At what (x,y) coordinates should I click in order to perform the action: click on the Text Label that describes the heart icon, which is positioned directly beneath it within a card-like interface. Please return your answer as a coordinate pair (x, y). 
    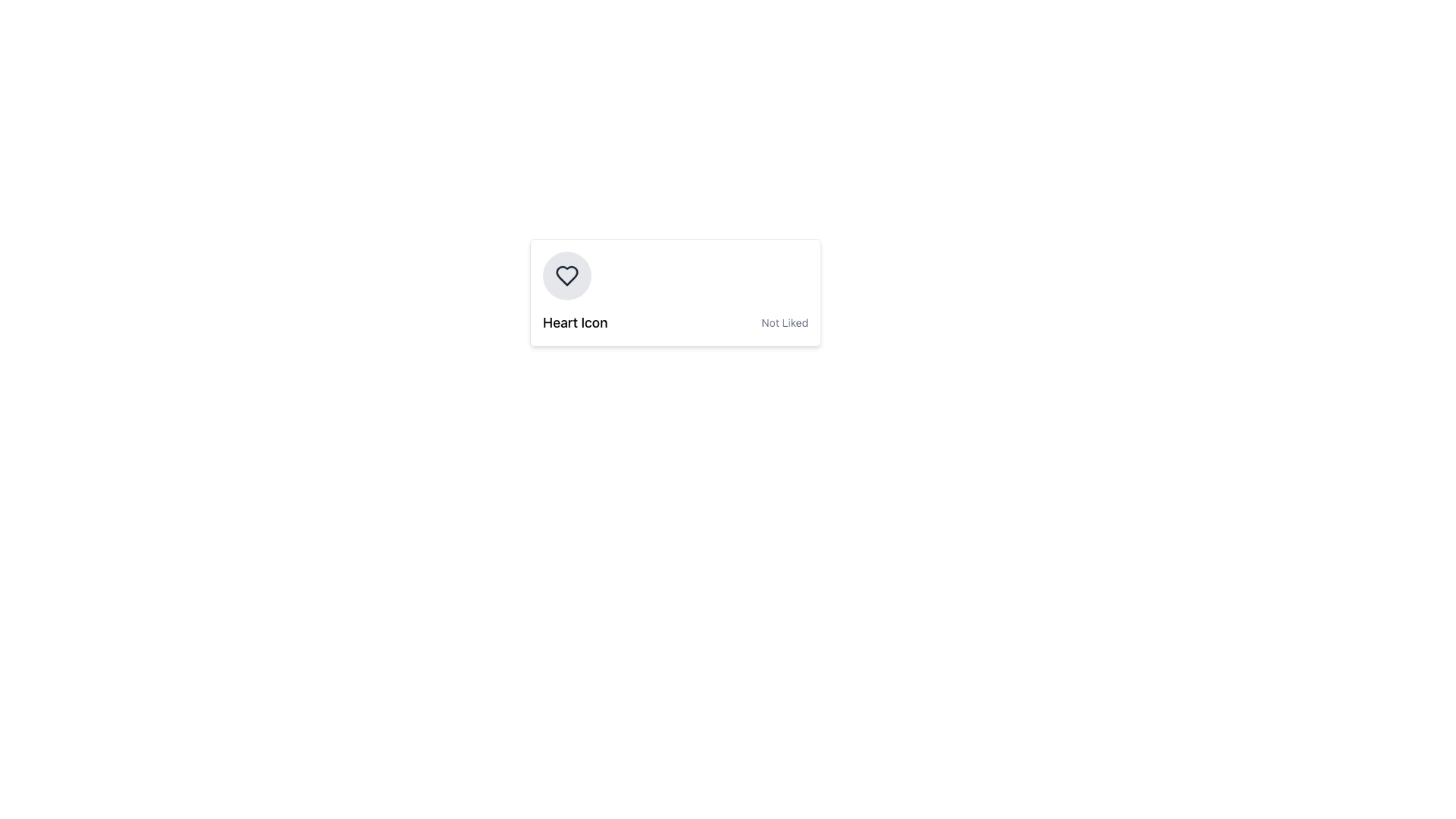
    Looking at the image, I should click on (574, 322).